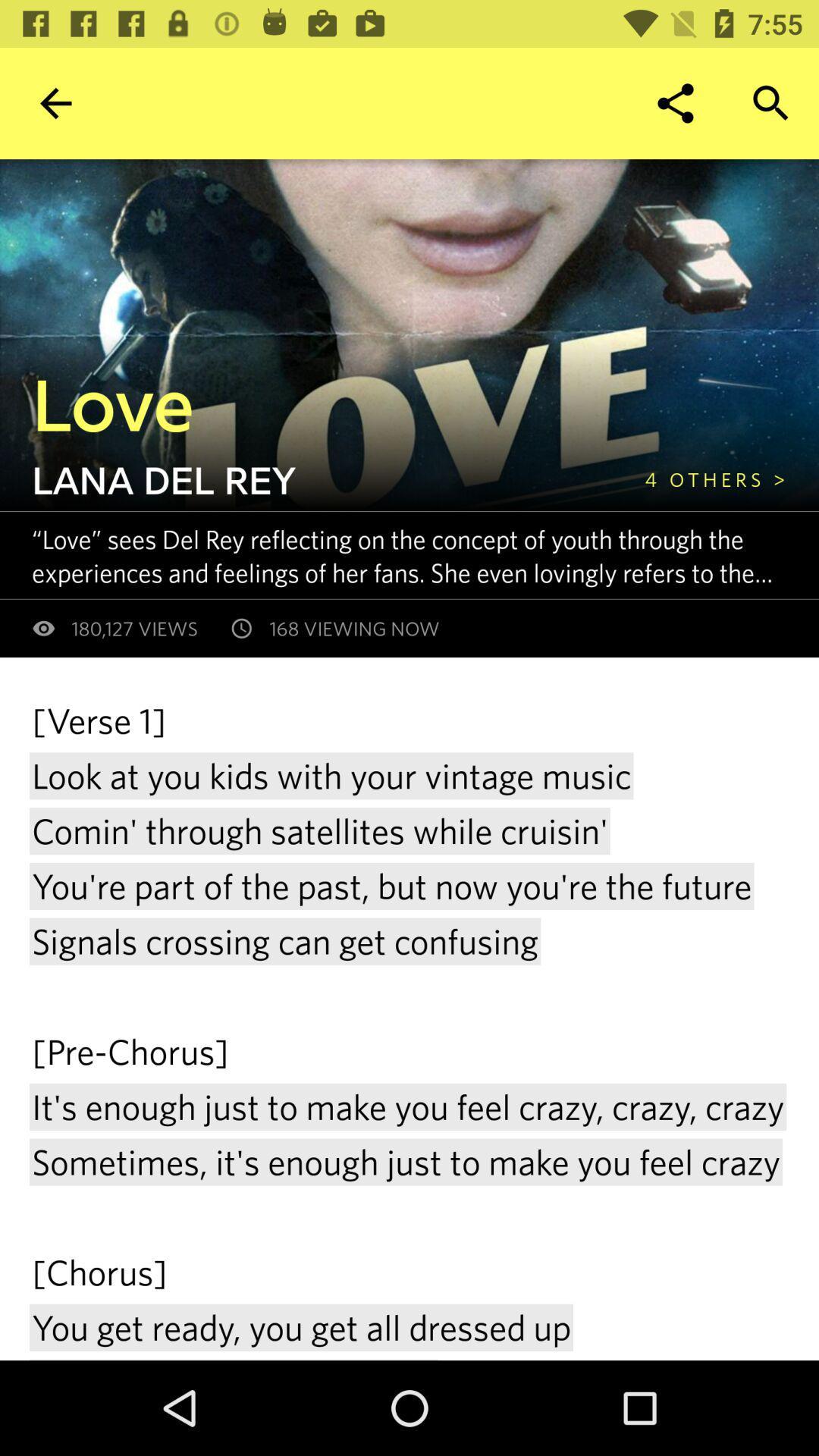 Image resolution: width=819 pixels, height=1456 pixels. I want to click on icon below love, so click(715, 479).